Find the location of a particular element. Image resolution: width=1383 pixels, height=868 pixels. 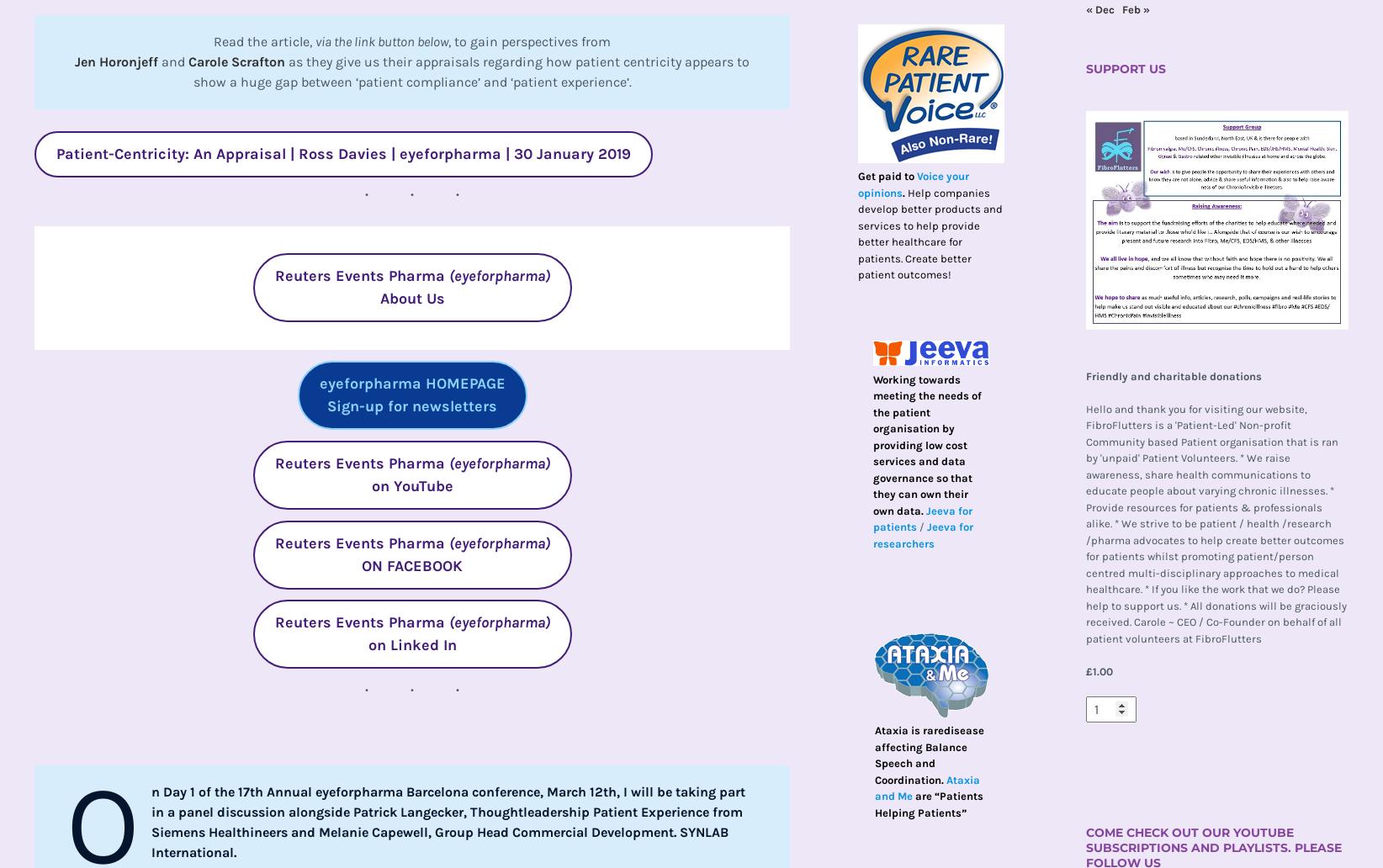

'« Dec' is located at coordinates (1085, 8).